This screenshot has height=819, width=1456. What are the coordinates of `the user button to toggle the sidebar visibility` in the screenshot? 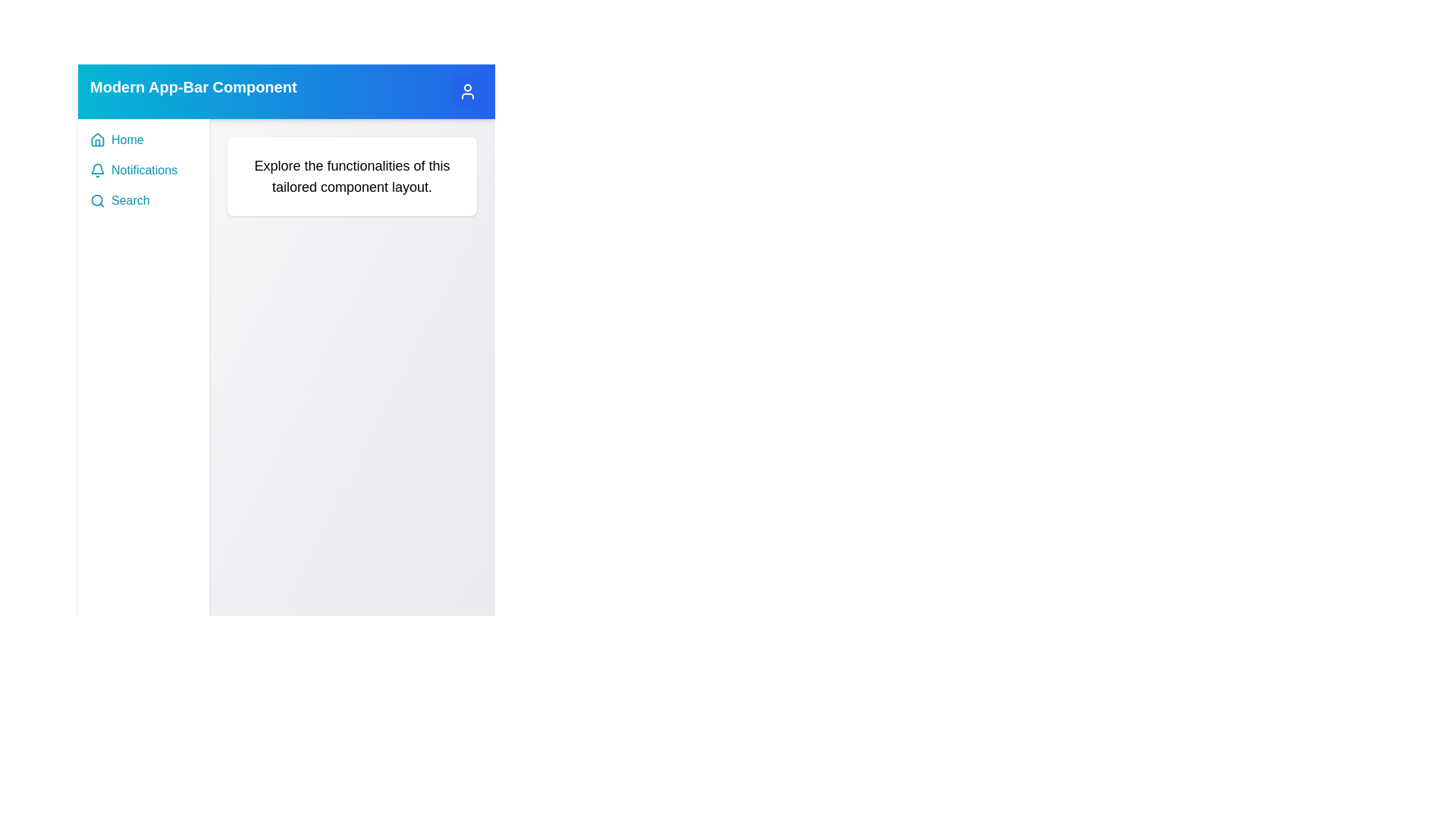 It's located at (467, 91).